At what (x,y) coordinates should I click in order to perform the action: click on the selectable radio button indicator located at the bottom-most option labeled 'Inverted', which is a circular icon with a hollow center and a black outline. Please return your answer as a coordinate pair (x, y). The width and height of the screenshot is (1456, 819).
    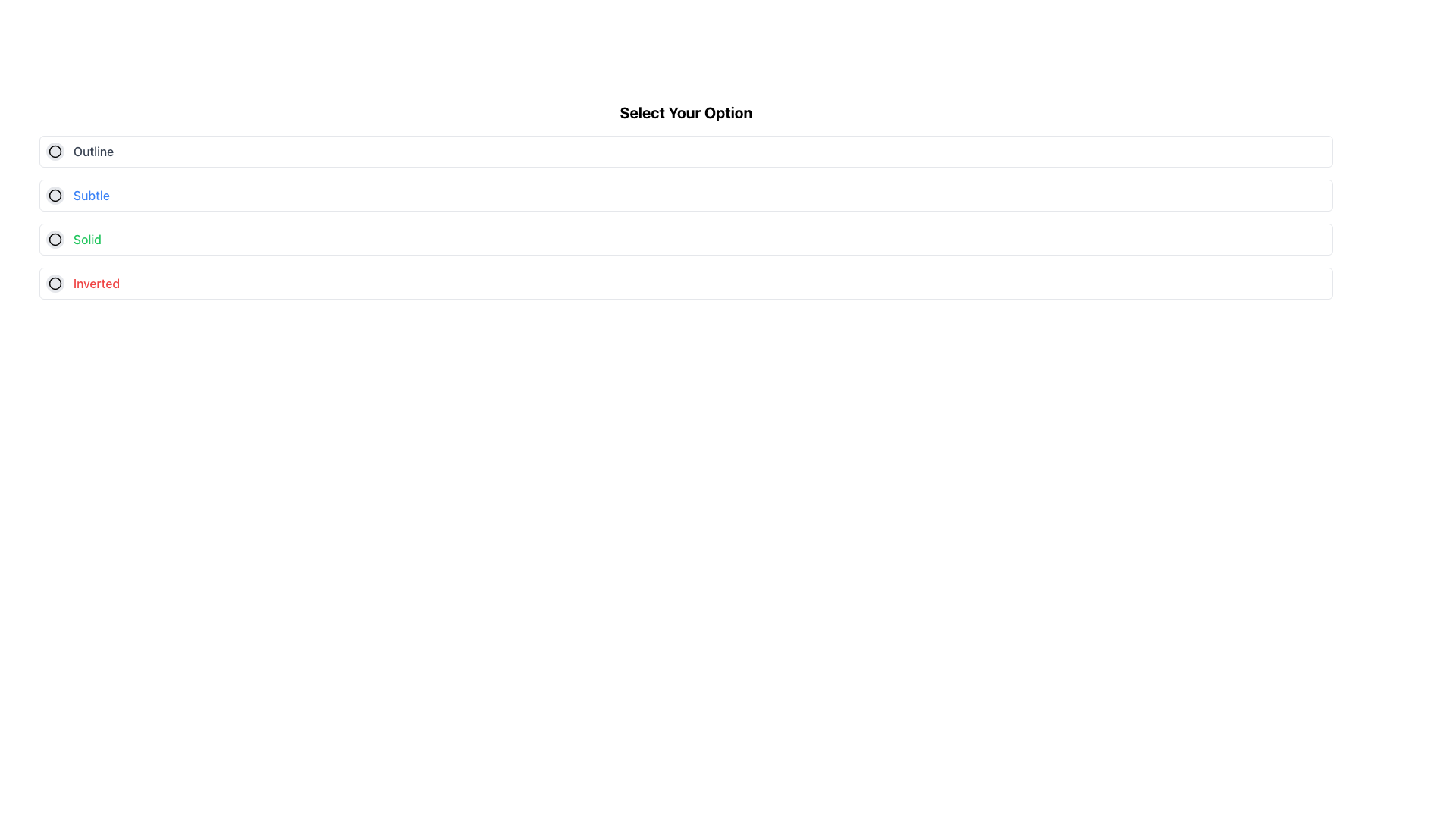
    Looking at the image, I should click on (55, 284).